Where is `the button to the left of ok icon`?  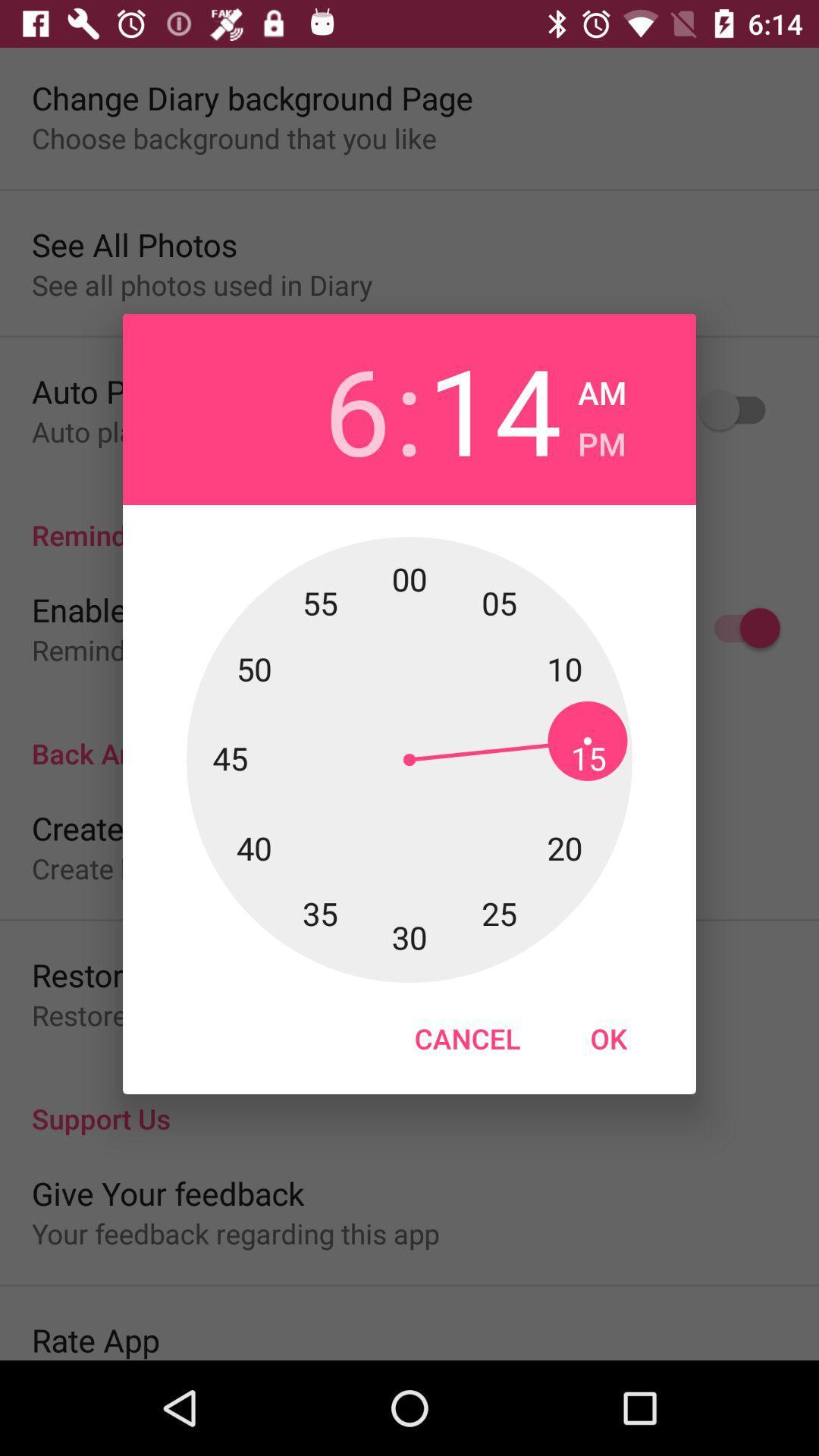 the button to the left of ok icon is located at coordinates (466, 1037).